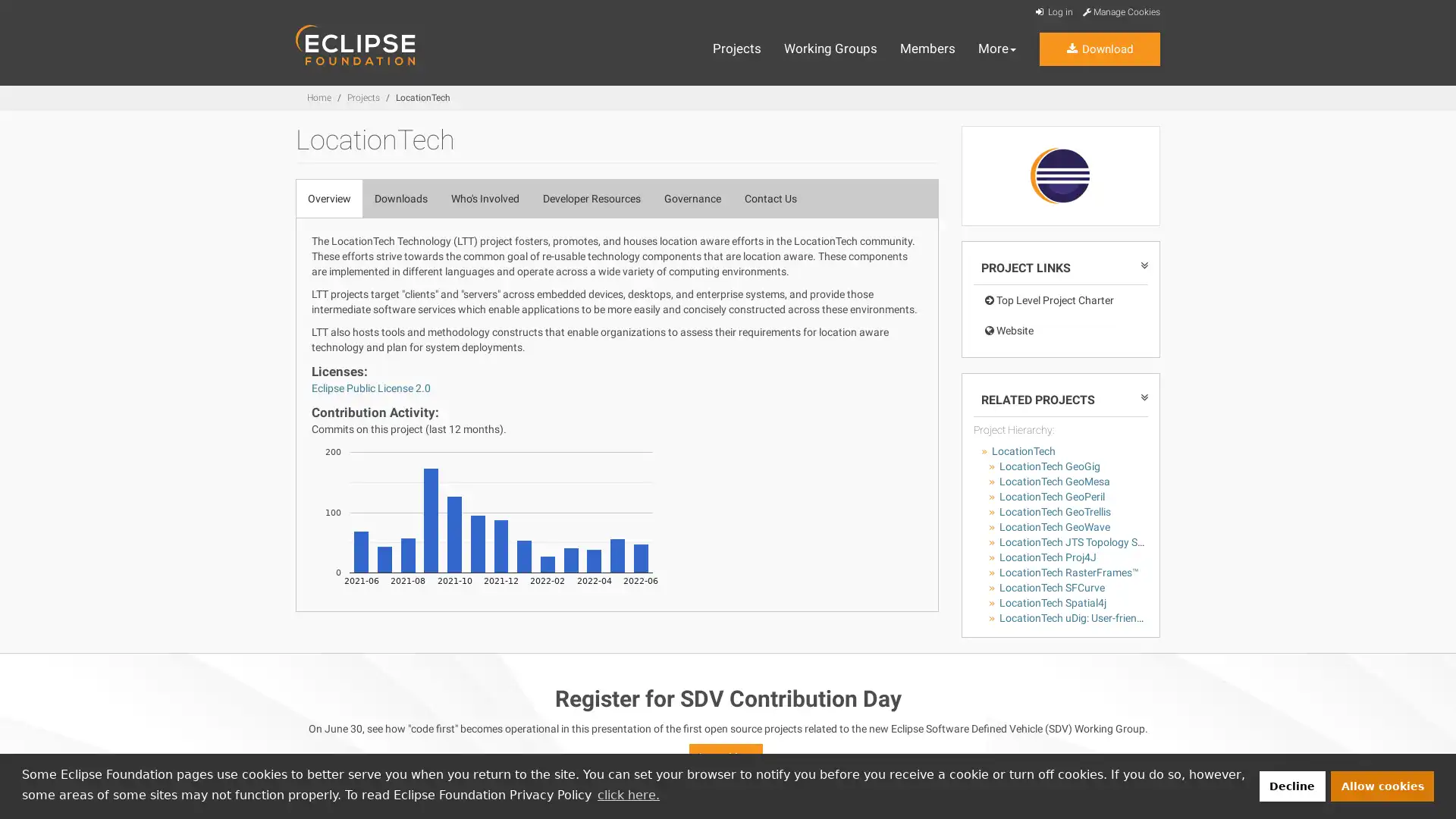  What do you see at coordinates (628, 794) in the screenshot?
I see `learn more about cookies` at bounding box center [628, 794].